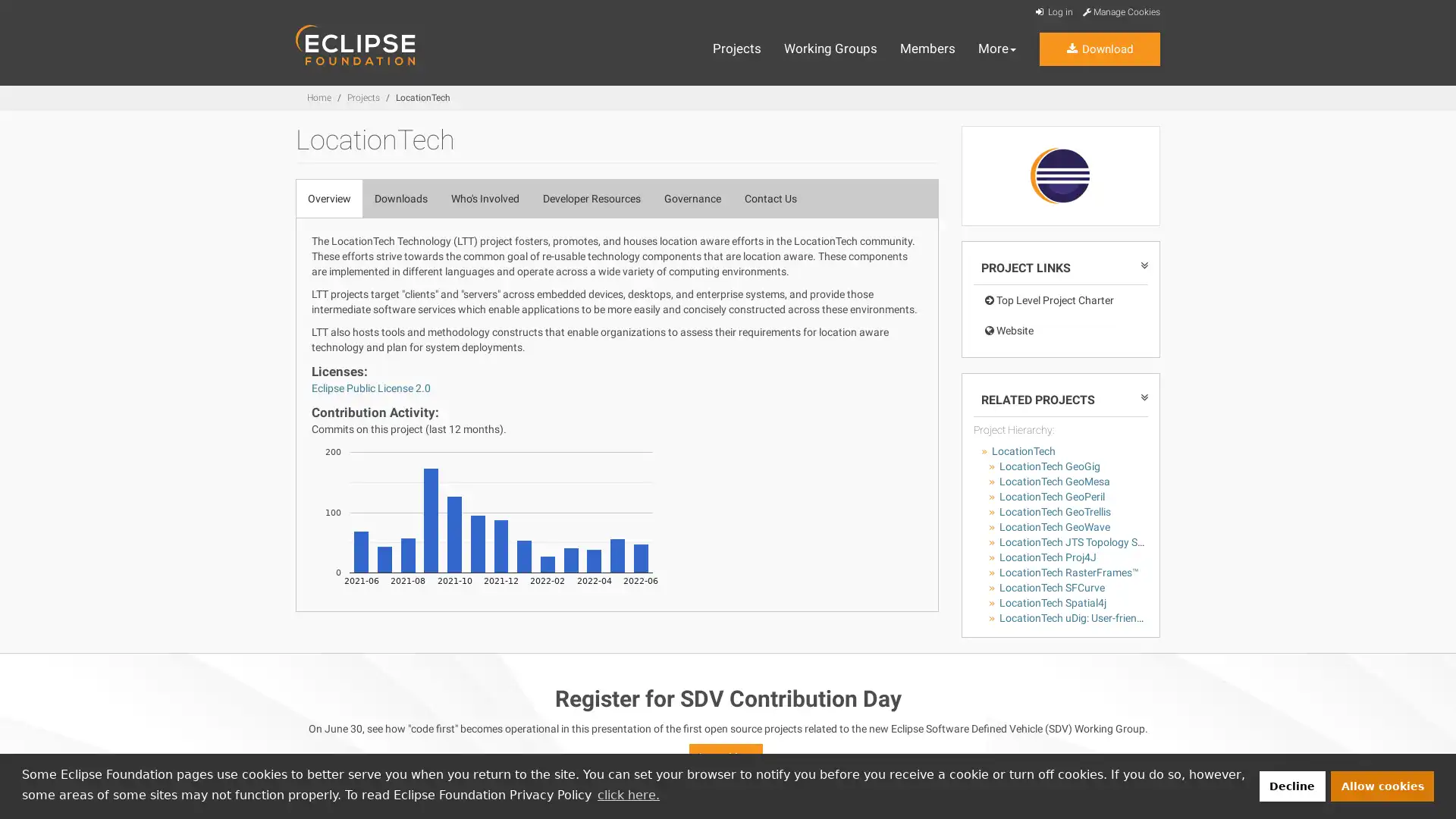  What do you see at coordinates (628, 794) in the screenshot?
I see `learn more about cookies` at bounding box center [628, 794].